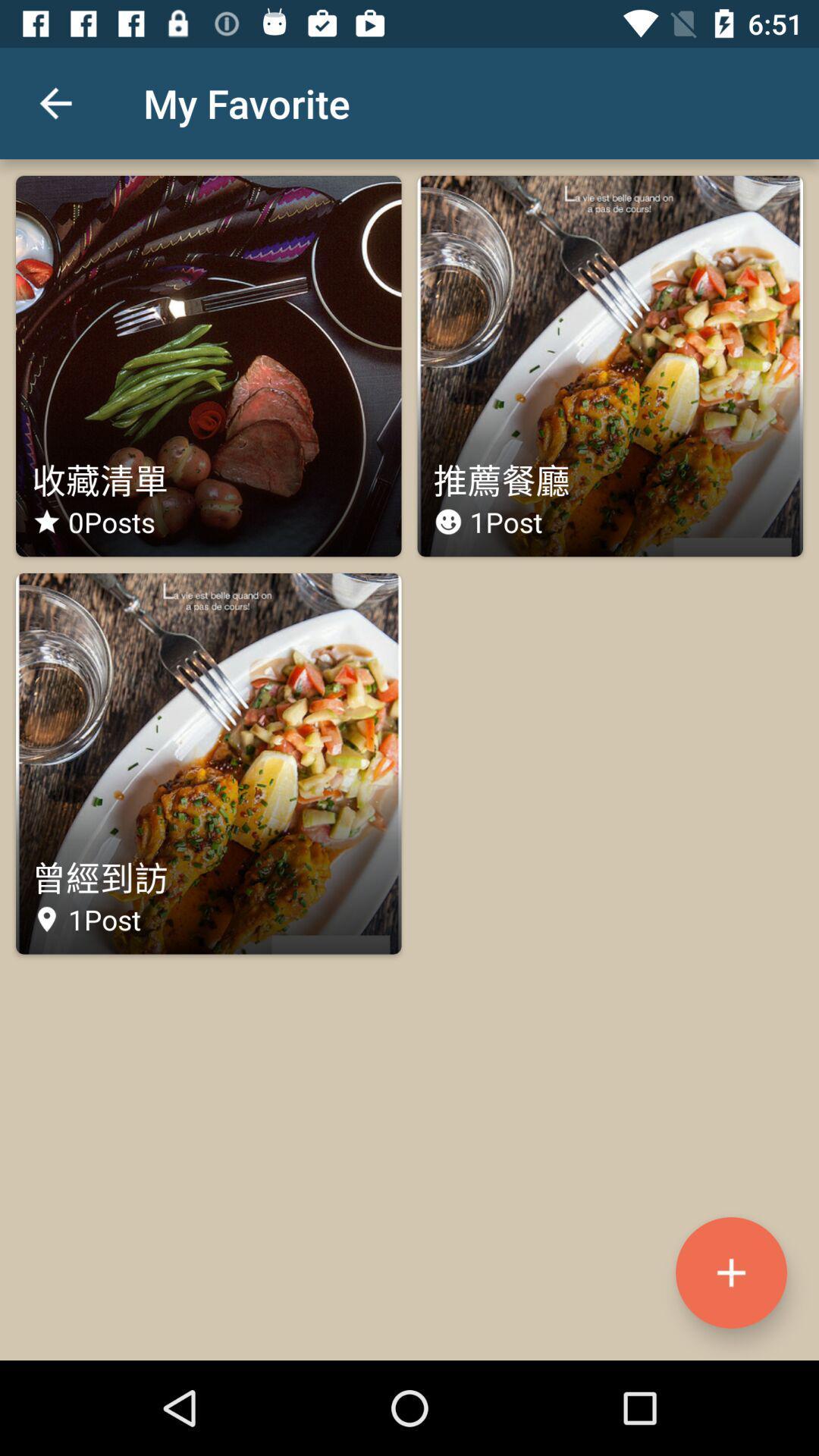  Describe the element at coordinates (730, 1272) in the screenshot. I see `the add icon` at that location.